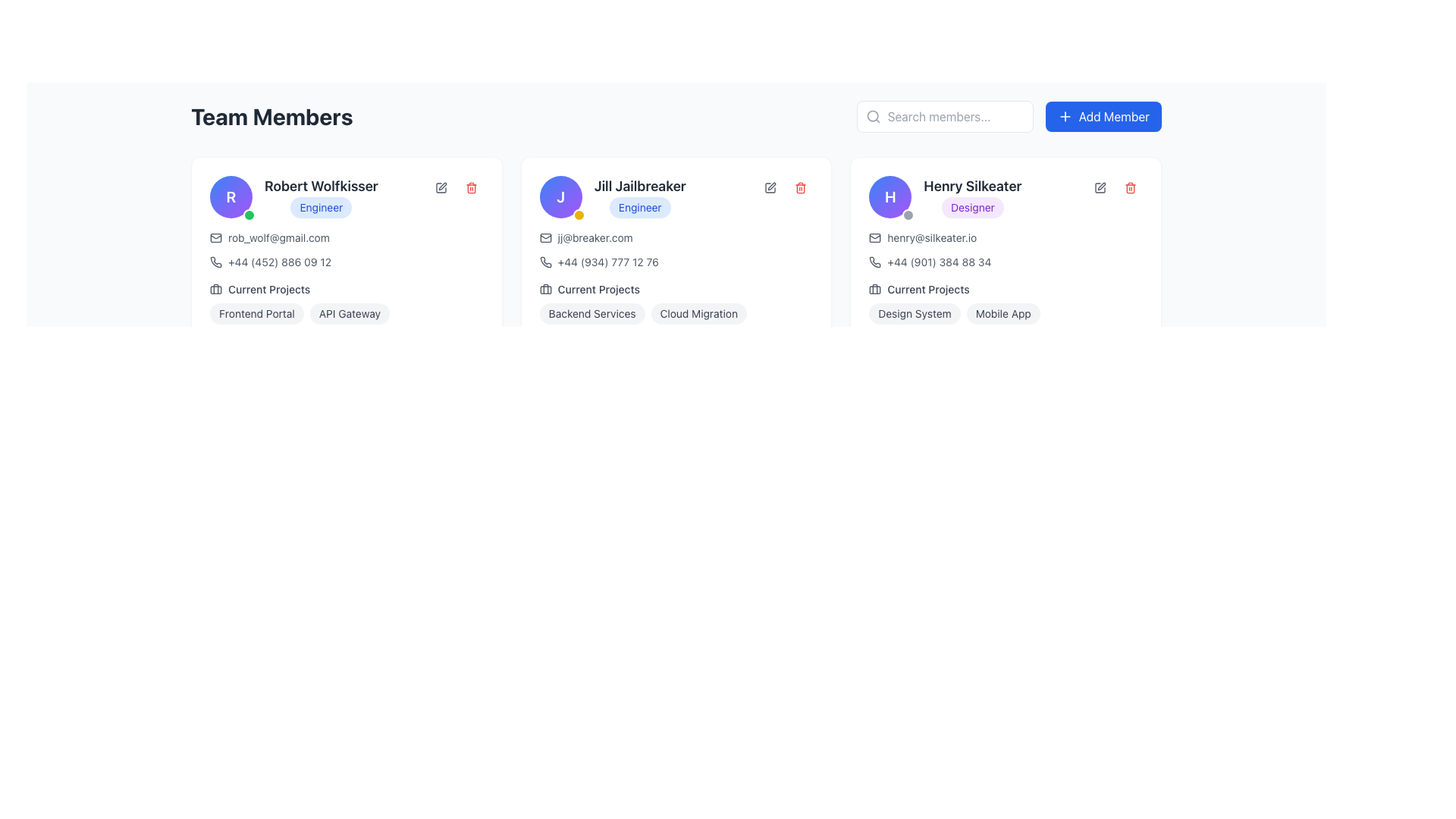  I want to click on the small circular badge with a vibrant green background located at the bottom-right corner of the avatar for 'Robert Wolfkisser', so click(249, 215).